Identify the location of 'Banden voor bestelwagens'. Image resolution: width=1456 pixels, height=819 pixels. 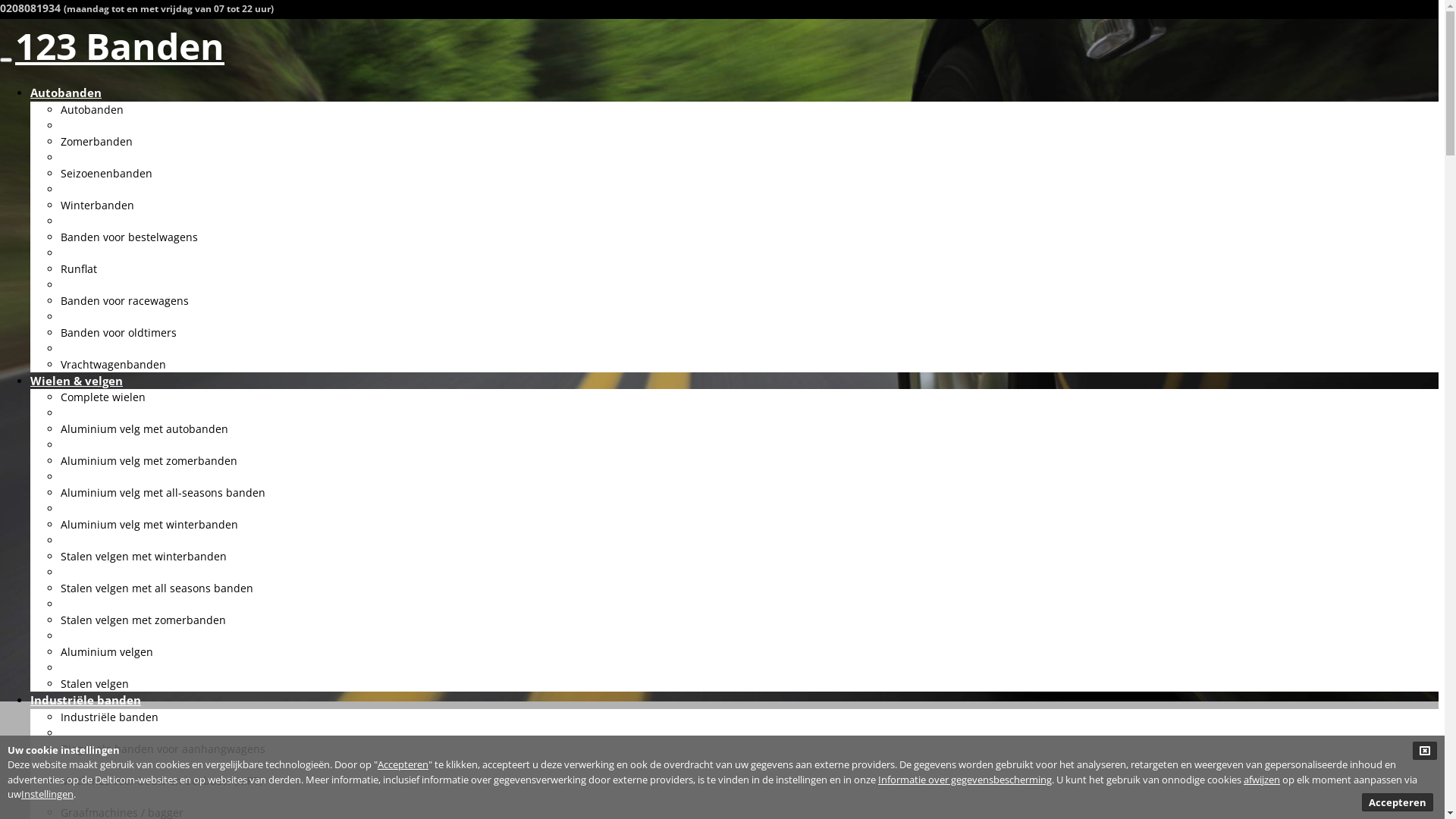
(129, 236).